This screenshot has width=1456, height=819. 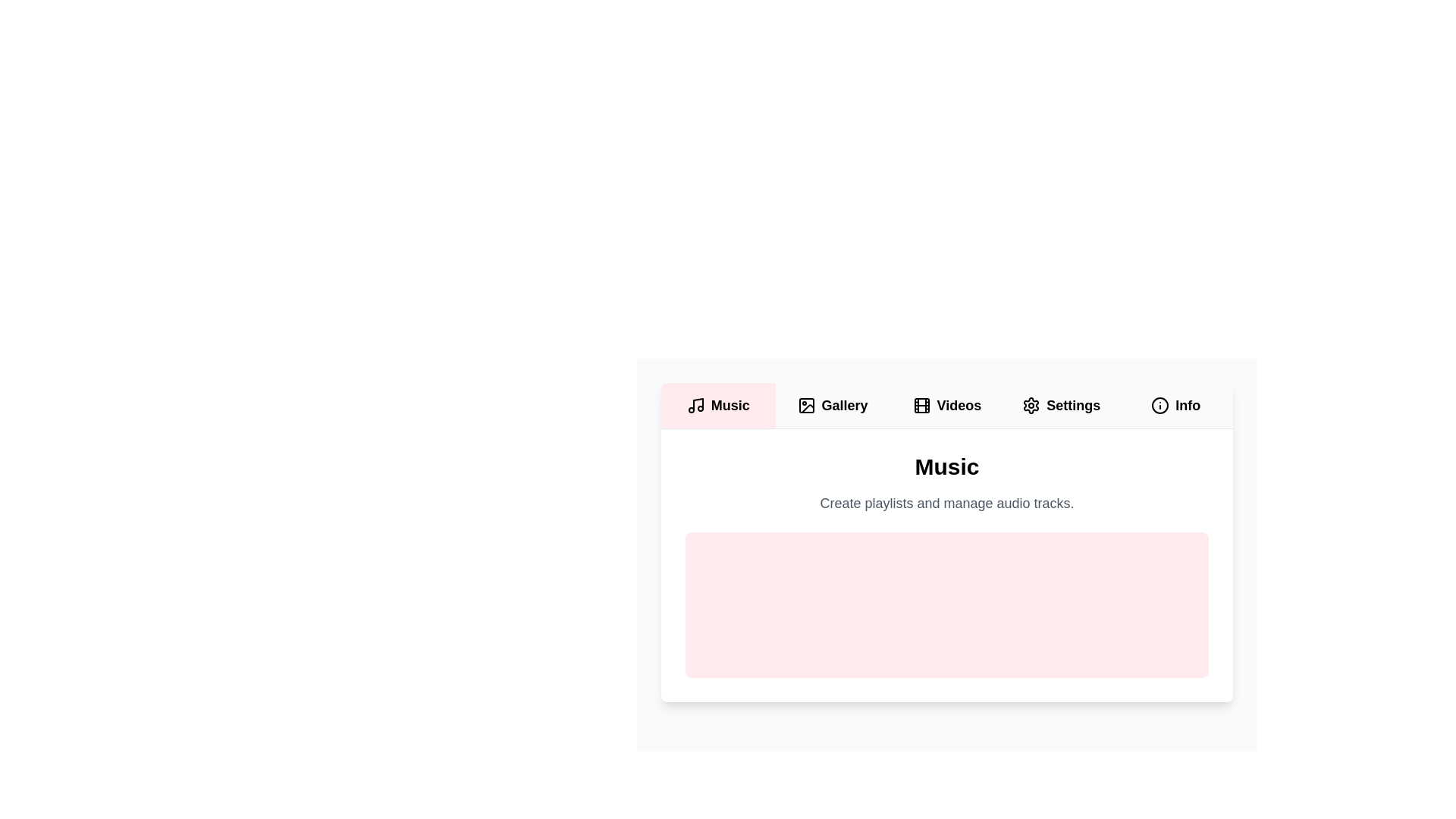 What do you see at coordinates (946, 405) in the screenshot?
I see `the Videos tab by clicking on its button` at bounding box center [946, 405].